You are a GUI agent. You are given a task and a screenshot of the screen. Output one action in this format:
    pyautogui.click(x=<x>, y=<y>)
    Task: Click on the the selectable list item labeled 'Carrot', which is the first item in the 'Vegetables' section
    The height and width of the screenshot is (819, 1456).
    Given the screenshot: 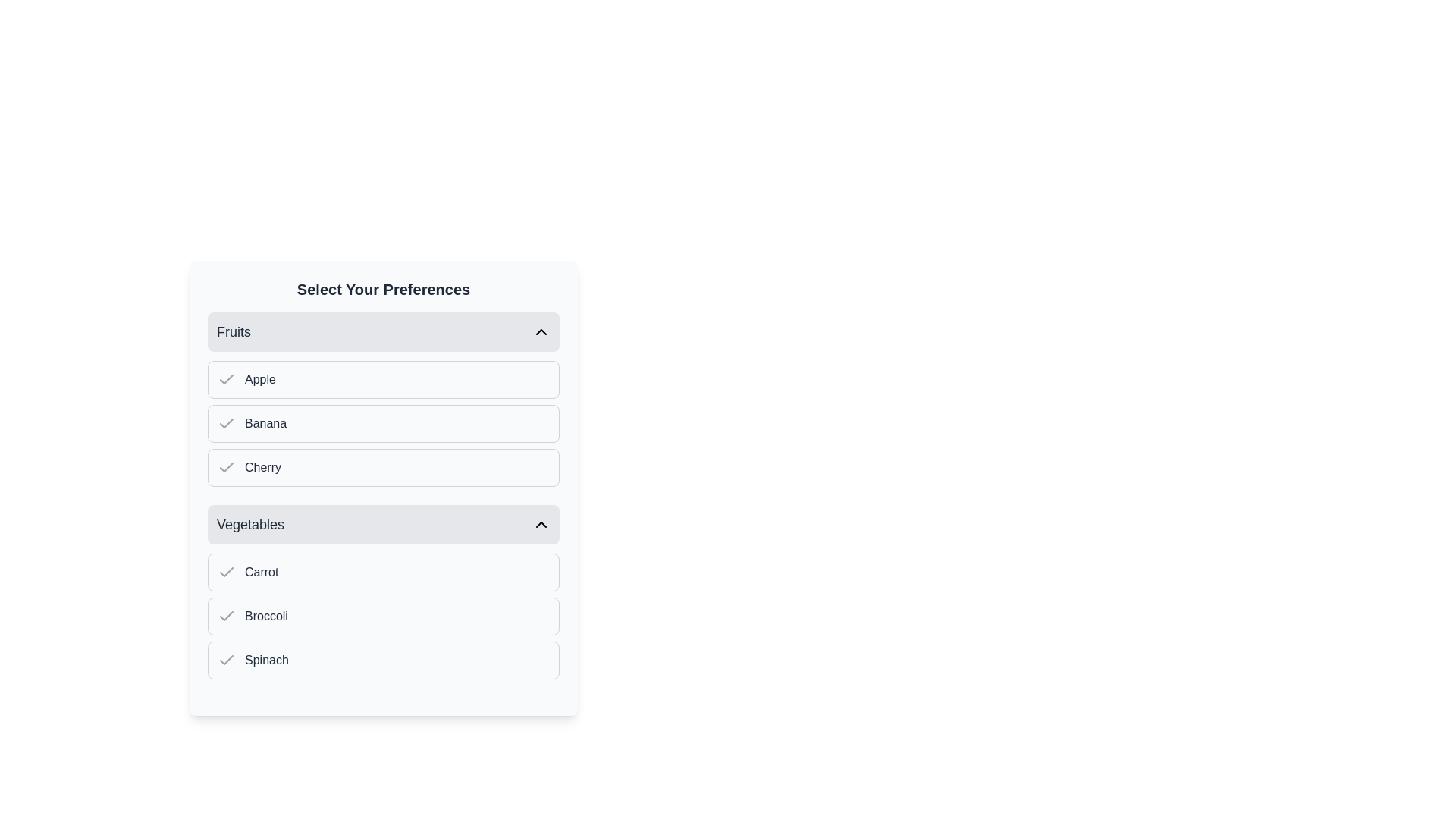 What is the action you would take?
    pyautogui.click(x=383, y=573)
    